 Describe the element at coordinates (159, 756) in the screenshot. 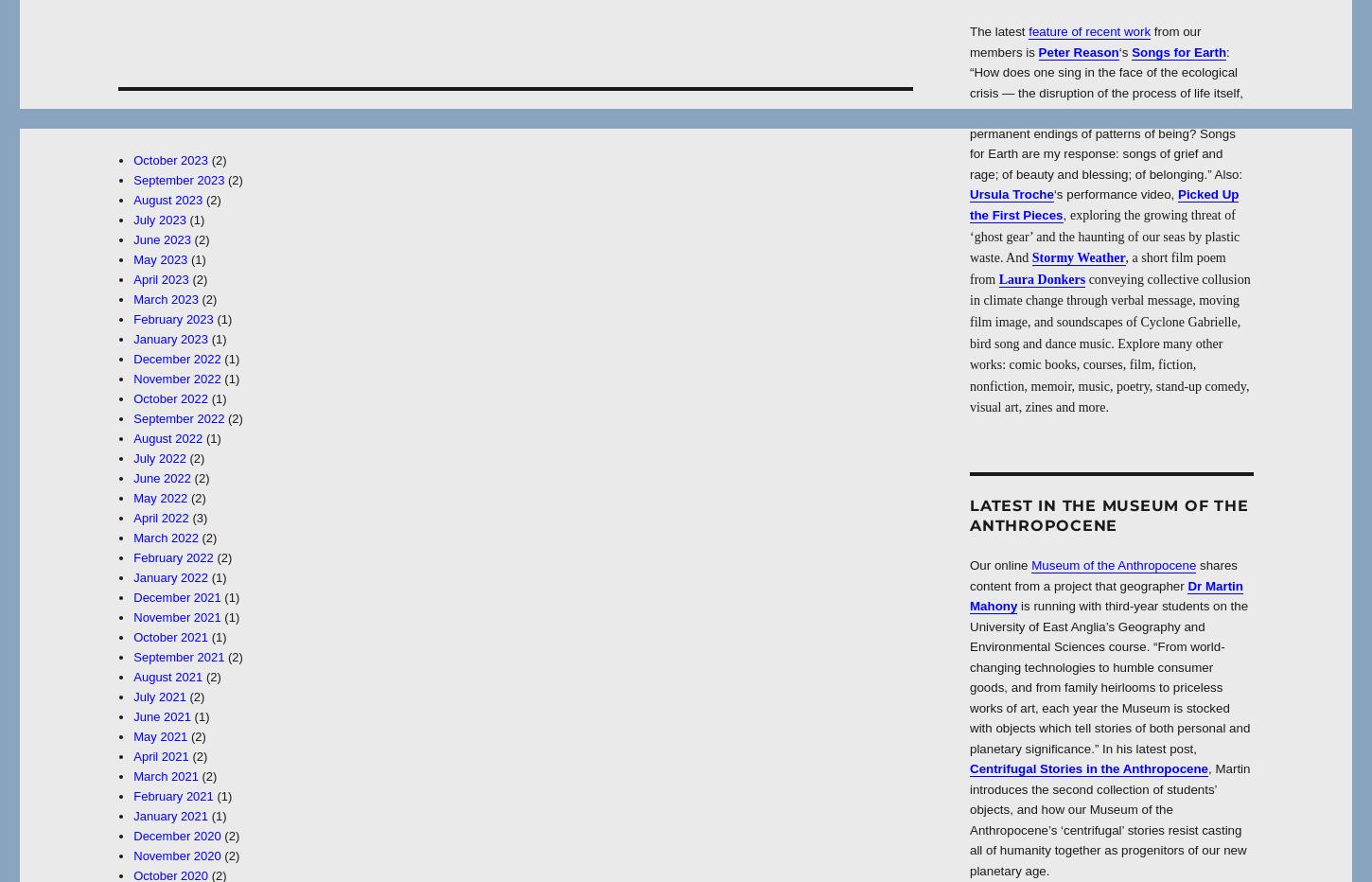

I see `'April 2021'` at that location.